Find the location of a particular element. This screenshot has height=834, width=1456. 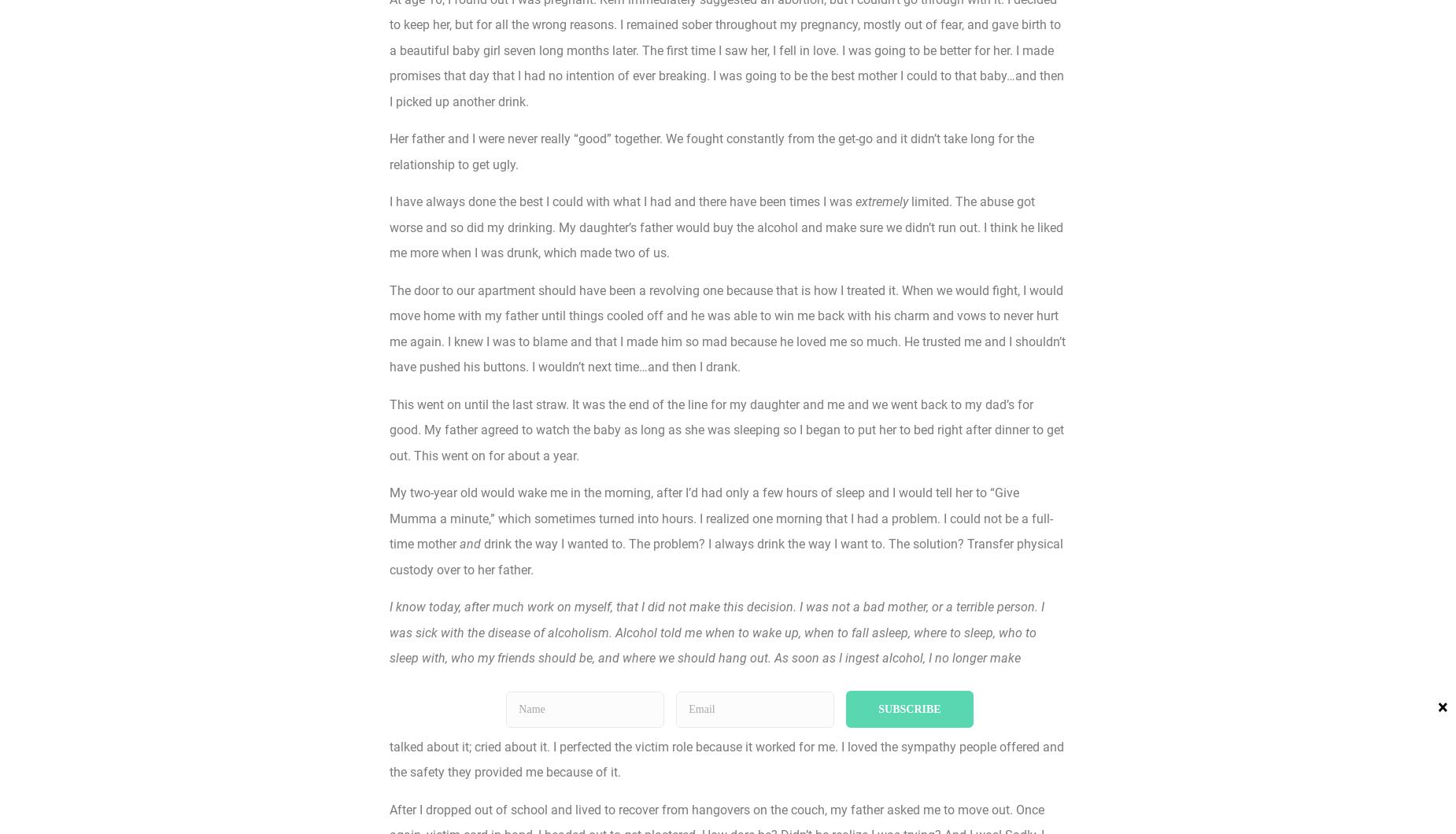

'The door to our apartment should have been a revolving one because that is how I treated it. When we would fight, I would move home with my father until things cooled off and he was able to win me back with his charm and vows to never hurt me again. I knew I was to blame and that I made him so mad because he loved me so much. He trusted me and I shouldn’t have pushed his buttons. I wouldn’t next time…and then I drank.' is located at coordinates (727, 327).